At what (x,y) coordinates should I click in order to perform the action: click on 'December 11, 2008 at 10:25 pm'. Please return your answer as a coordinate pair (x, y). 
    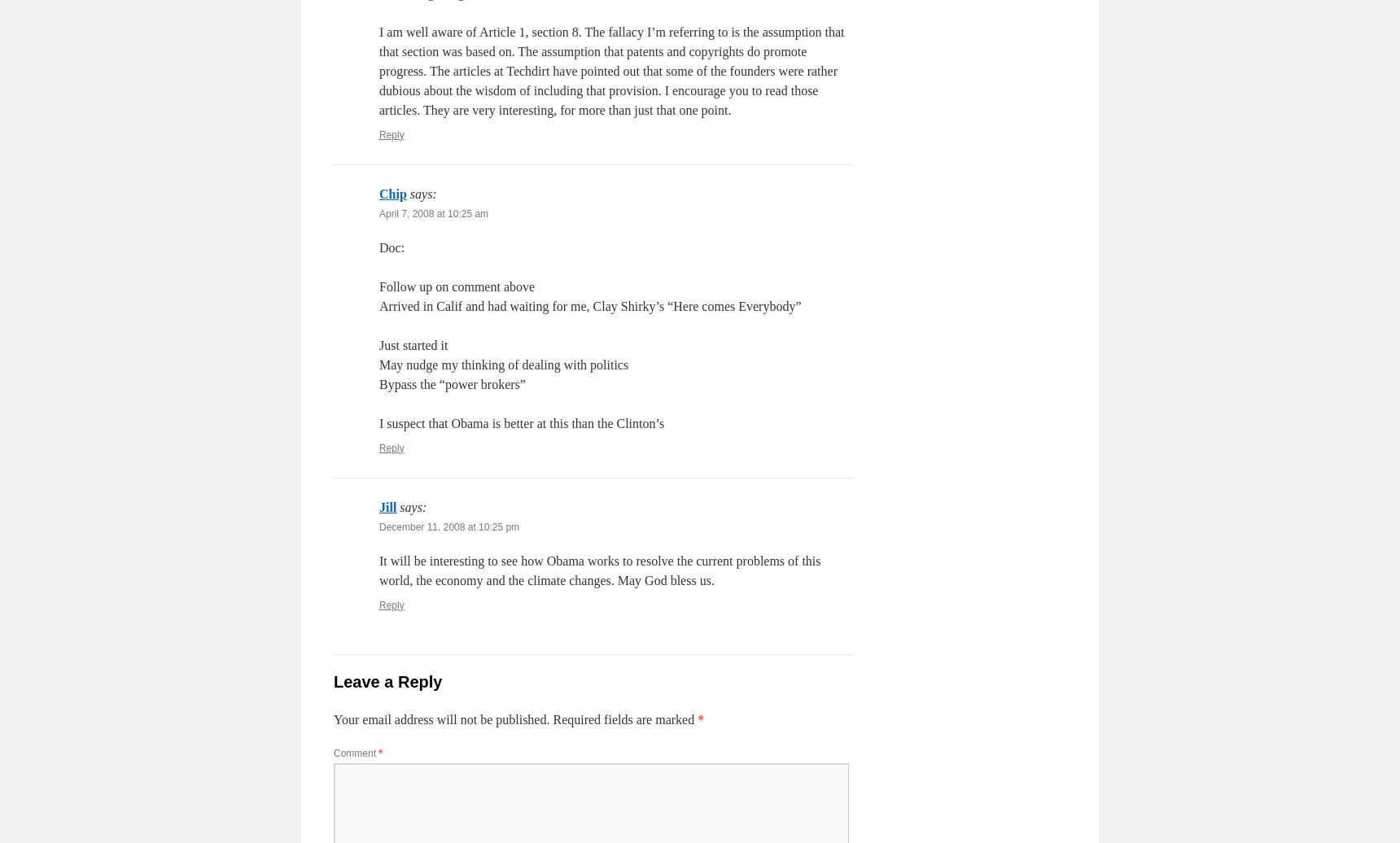
    Looking at the image, I should click on (448, 526).